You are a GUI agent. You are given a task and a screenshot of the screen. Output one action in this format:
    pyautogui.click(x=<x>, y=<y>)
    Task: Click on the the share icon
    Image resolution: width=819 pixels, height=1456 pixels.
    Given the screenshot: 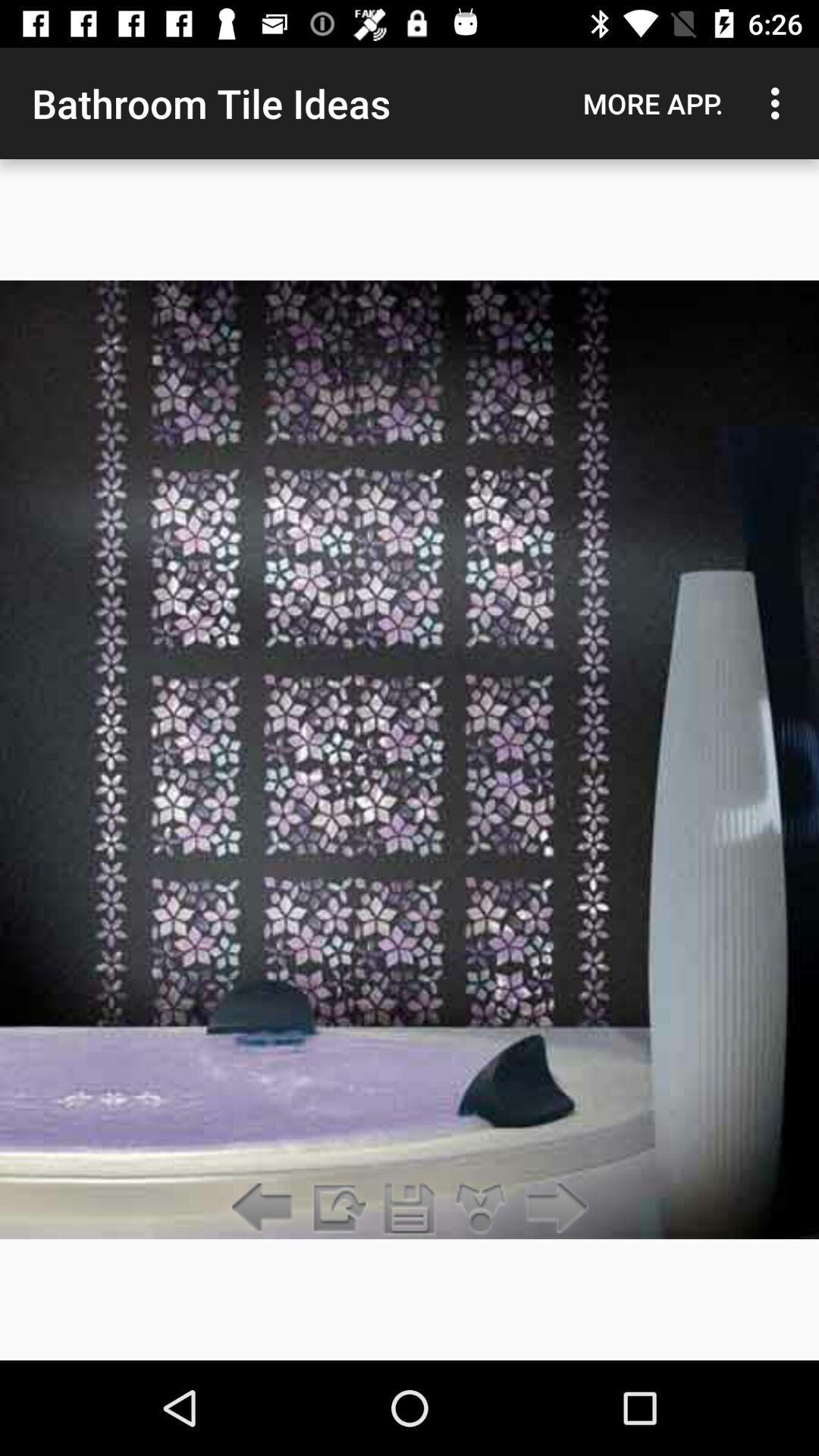 What is the action you would take?
    pyautogui.click(x=481, y=1208)
    